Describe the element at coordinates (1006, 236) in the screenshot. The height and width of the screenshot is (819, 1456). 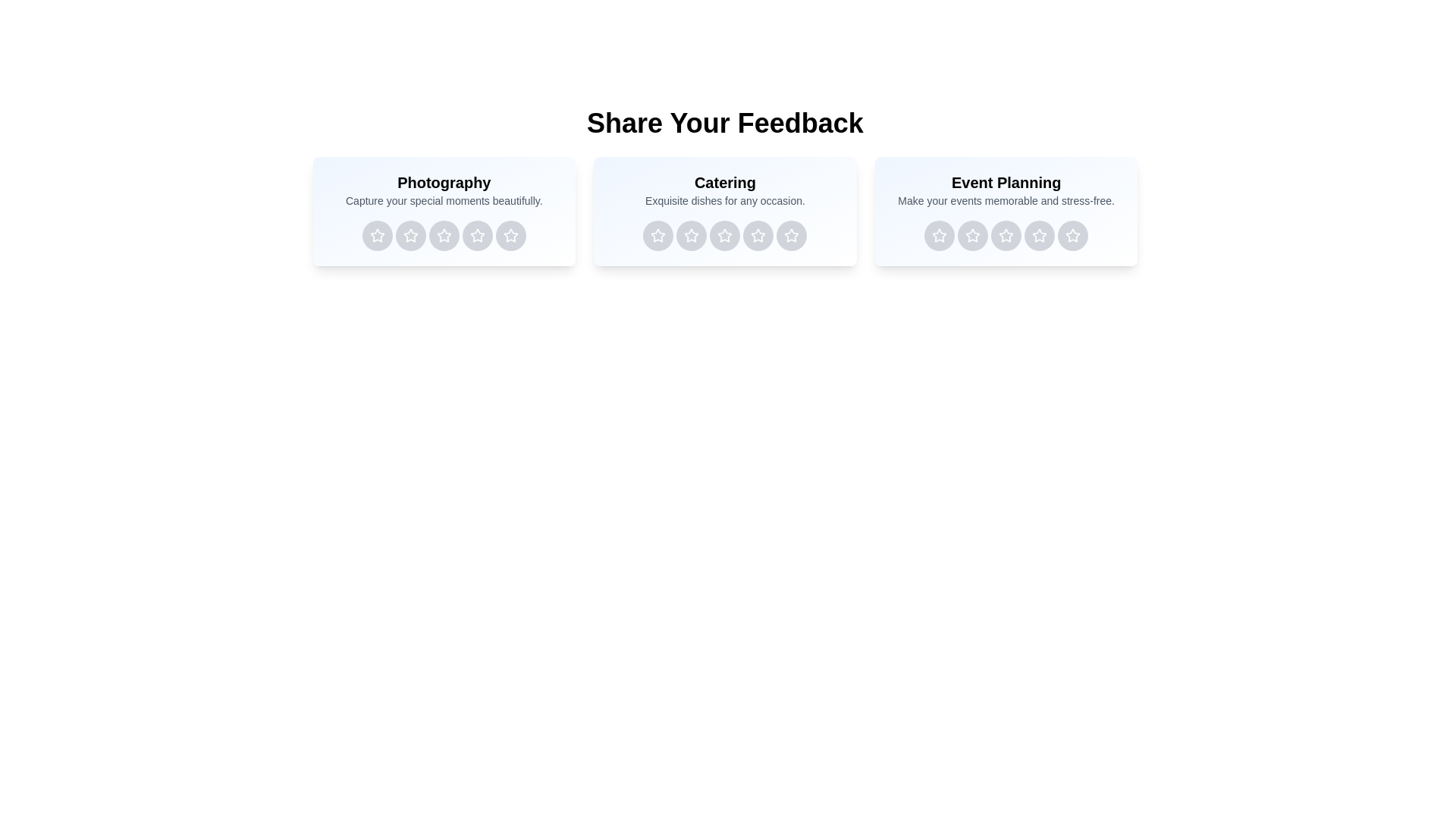
I see `the rating button for Event Planning service with 3 stars` at that location.